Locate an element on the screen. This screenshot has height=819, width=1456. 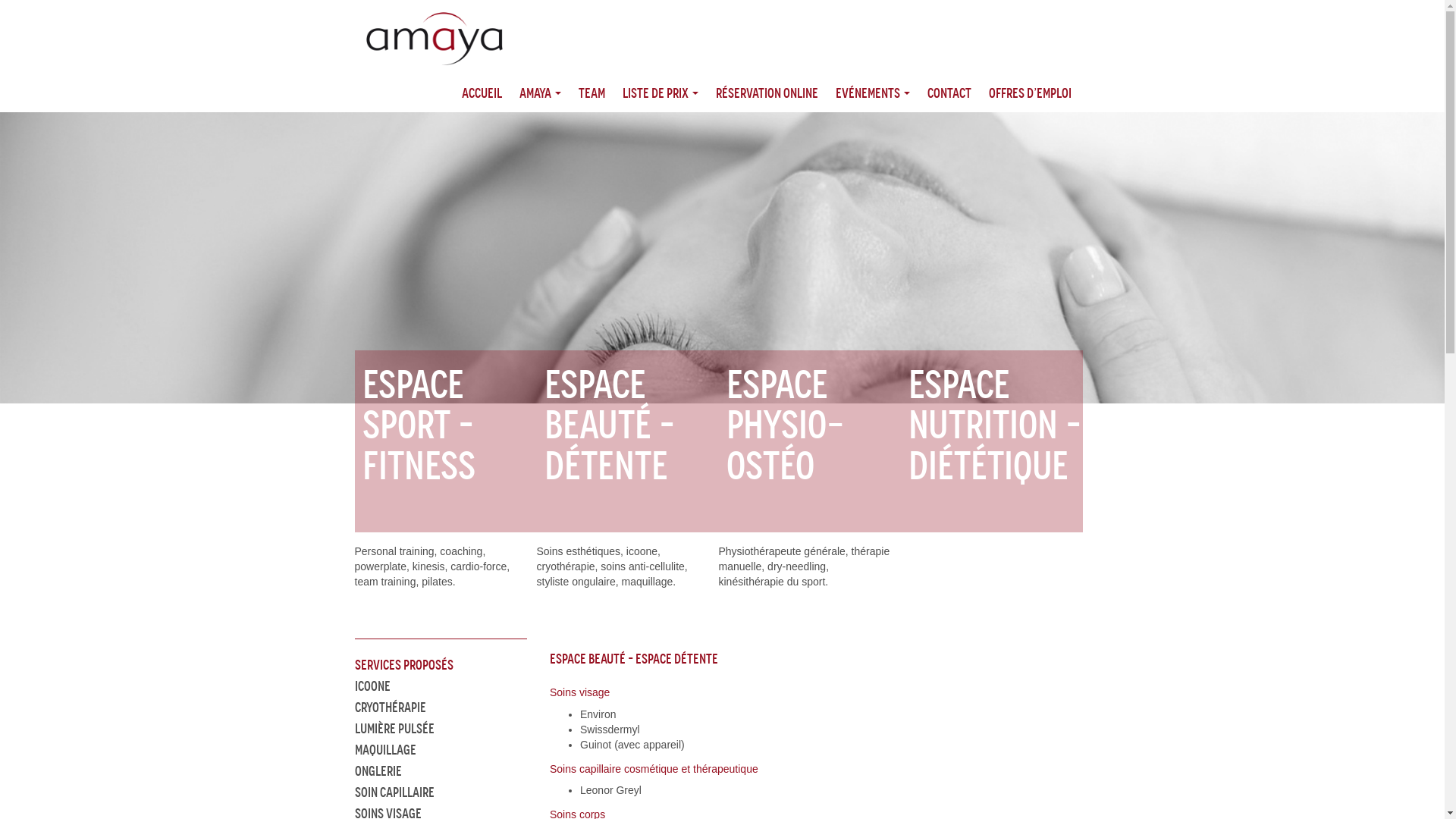
'CONTACT' is located at coordinates (948, 93).